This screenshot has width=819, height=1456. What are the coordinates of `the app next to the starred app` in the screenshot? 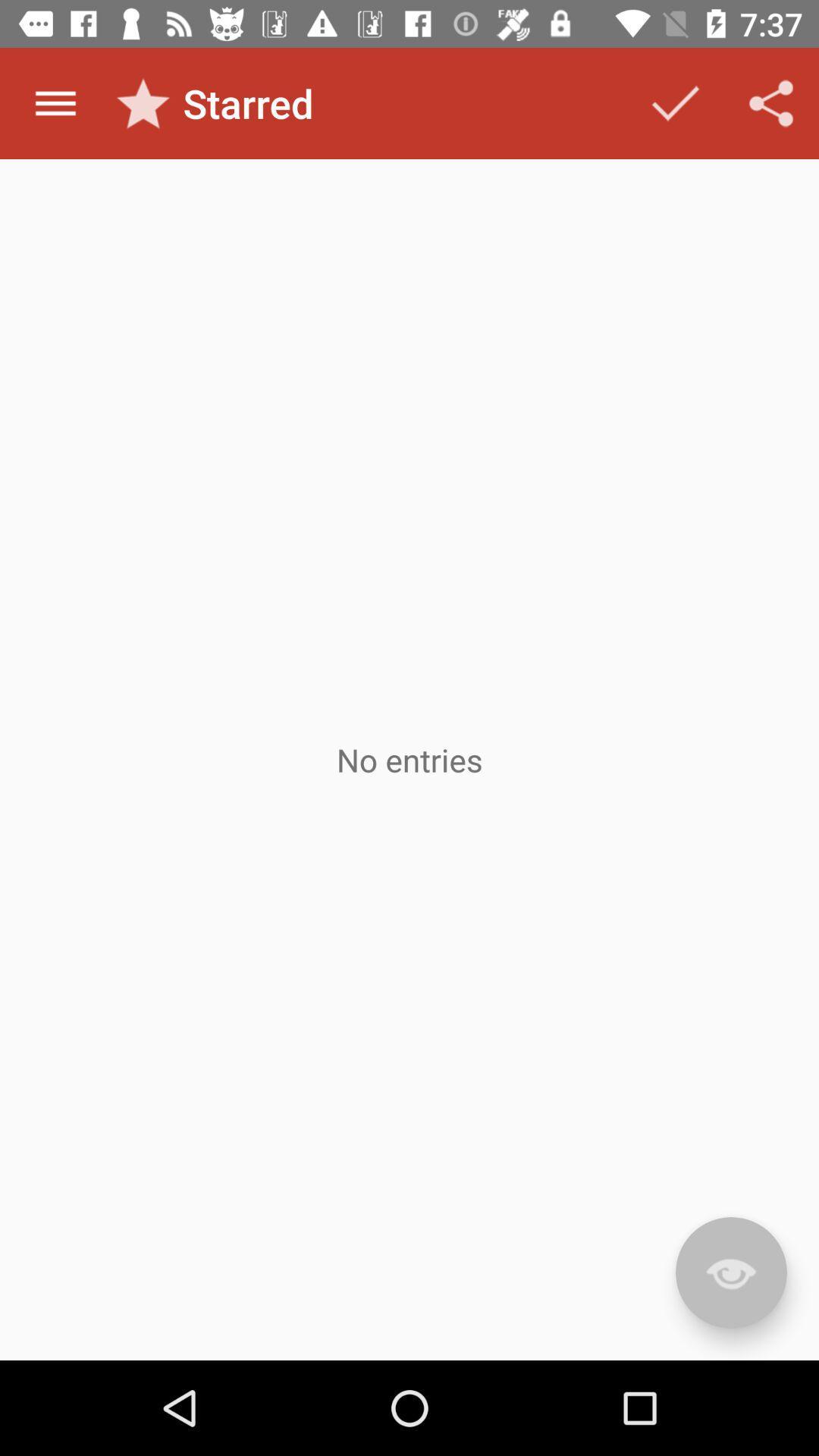 It's located at (675, 102).